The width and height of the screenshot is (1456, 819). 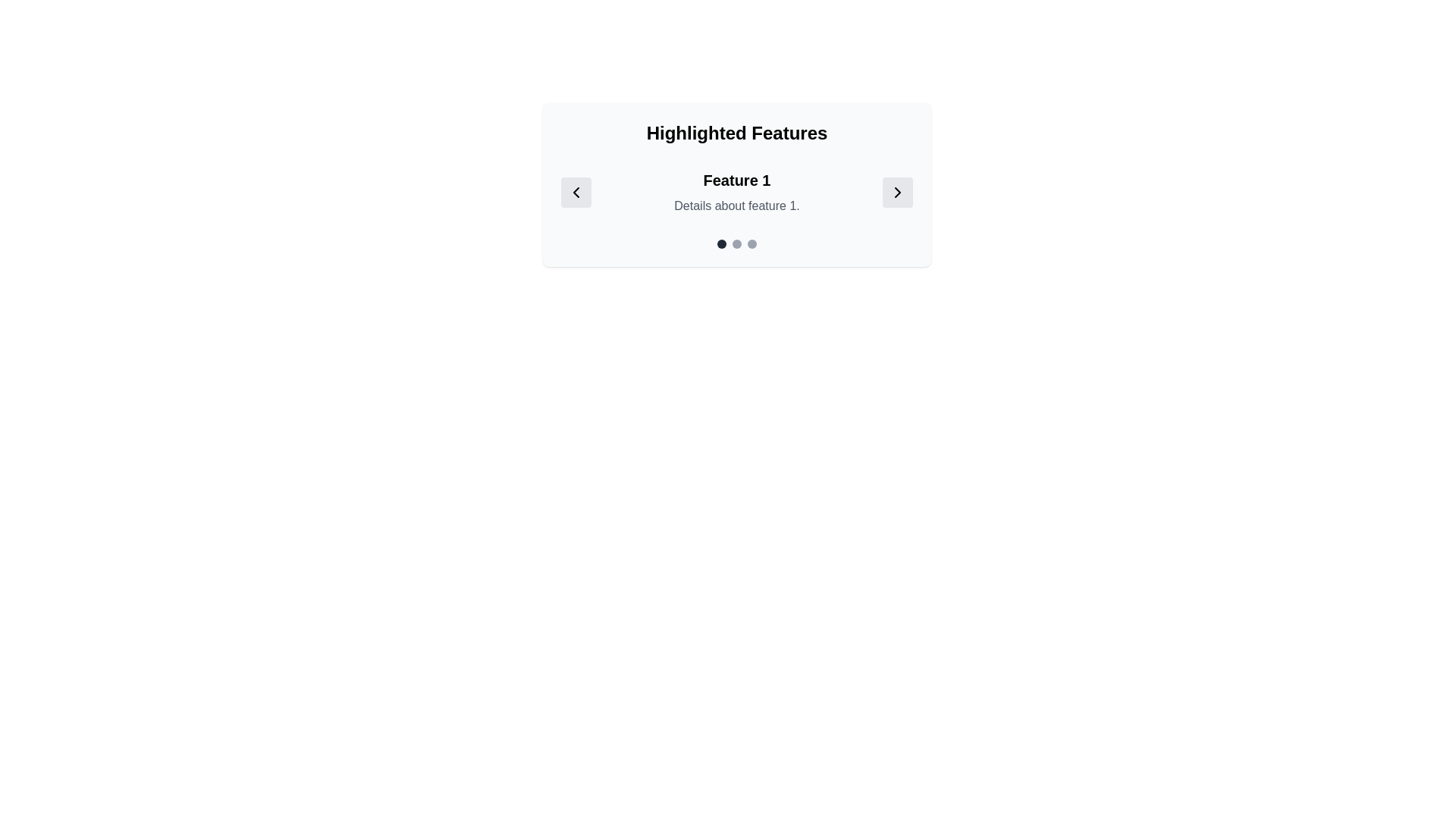 What do you see at coordinates (898, 192) in the screenshot?
I see `the right-pointing chevron icon button in the middle-right portion of the highlighted feature section` at bounding box center [898, 192].